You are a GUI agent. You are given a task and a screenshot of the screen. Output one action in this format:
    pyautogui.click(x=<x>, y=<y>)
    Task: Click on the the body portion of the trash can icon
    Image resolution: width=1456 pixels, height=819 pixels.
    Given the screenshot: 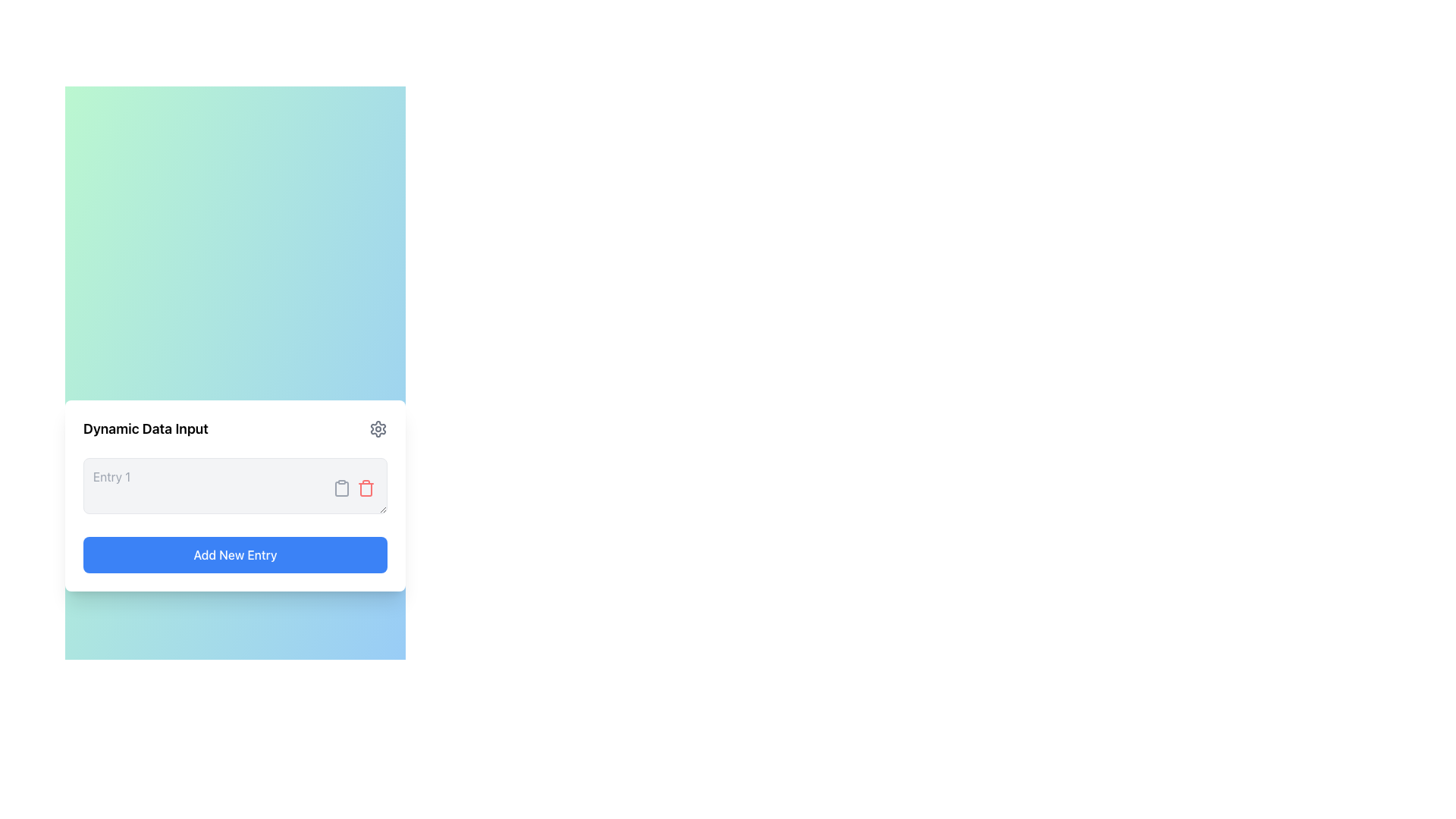 What is the action you would take?
    pyautogui.click(x=366, y=489)
    